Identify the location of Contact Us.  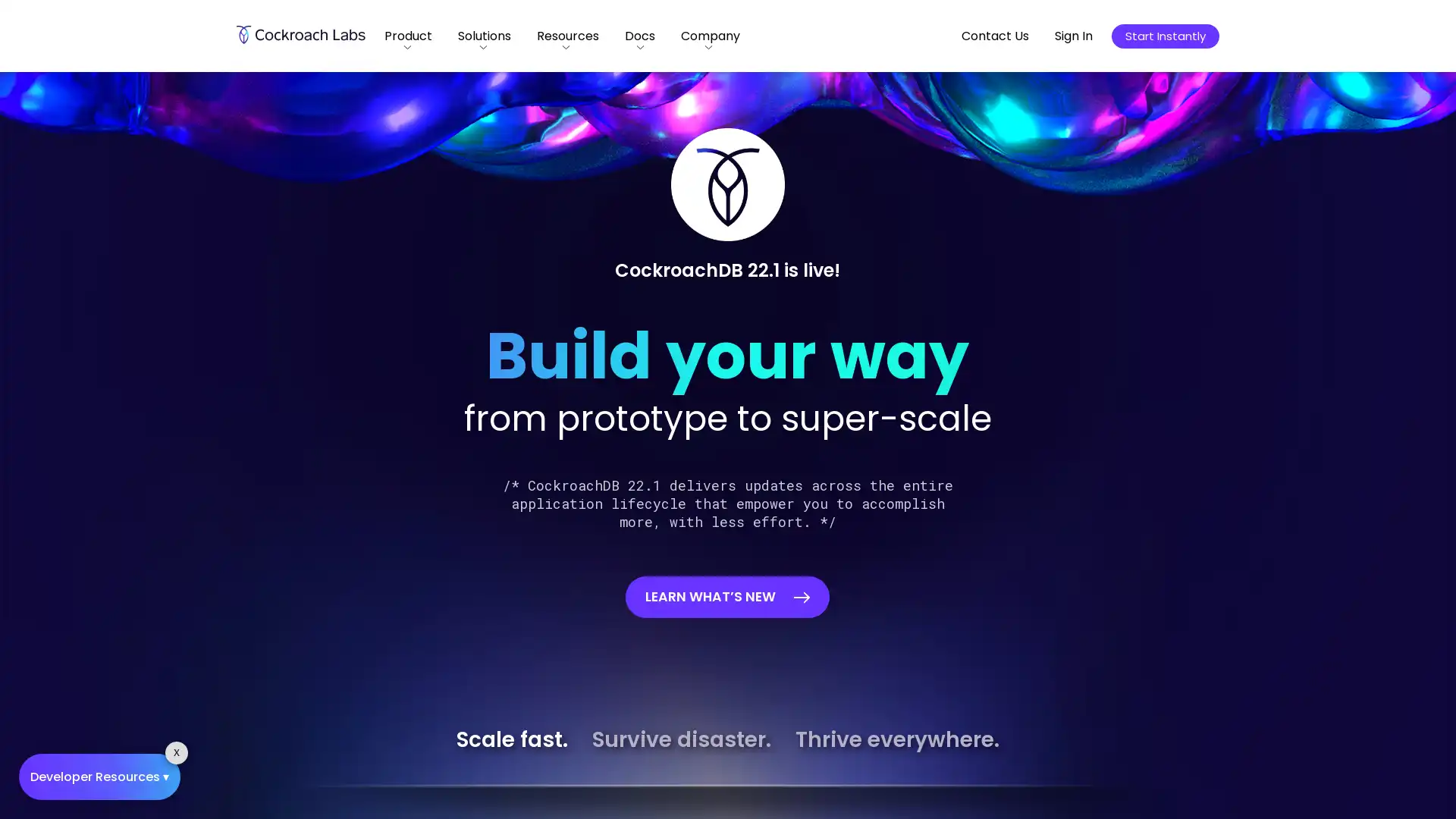
(995, 35).